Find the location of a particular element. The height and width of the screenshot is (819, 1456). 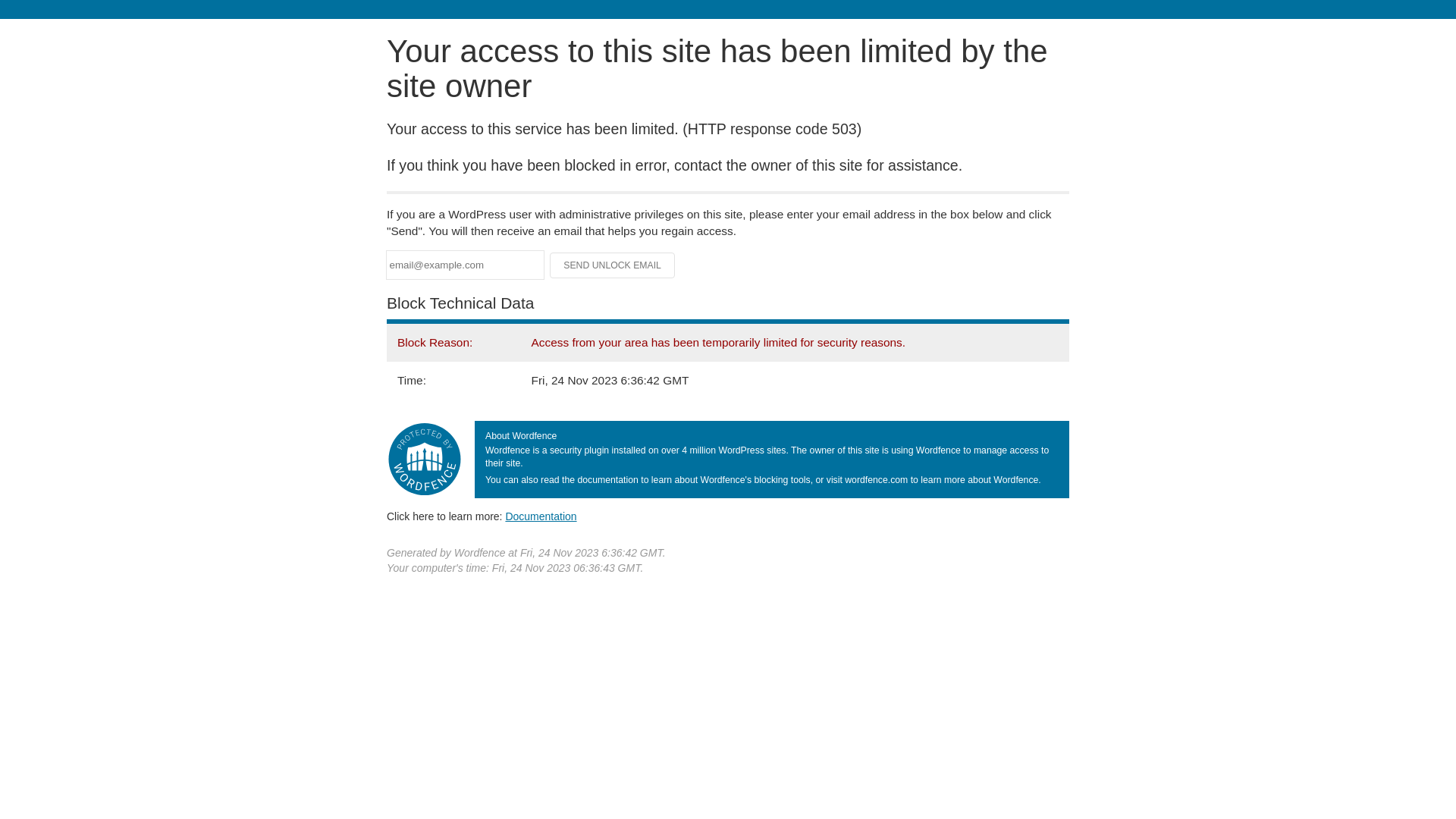

'Send Unlock Email' is located at coordinates (612, 265).